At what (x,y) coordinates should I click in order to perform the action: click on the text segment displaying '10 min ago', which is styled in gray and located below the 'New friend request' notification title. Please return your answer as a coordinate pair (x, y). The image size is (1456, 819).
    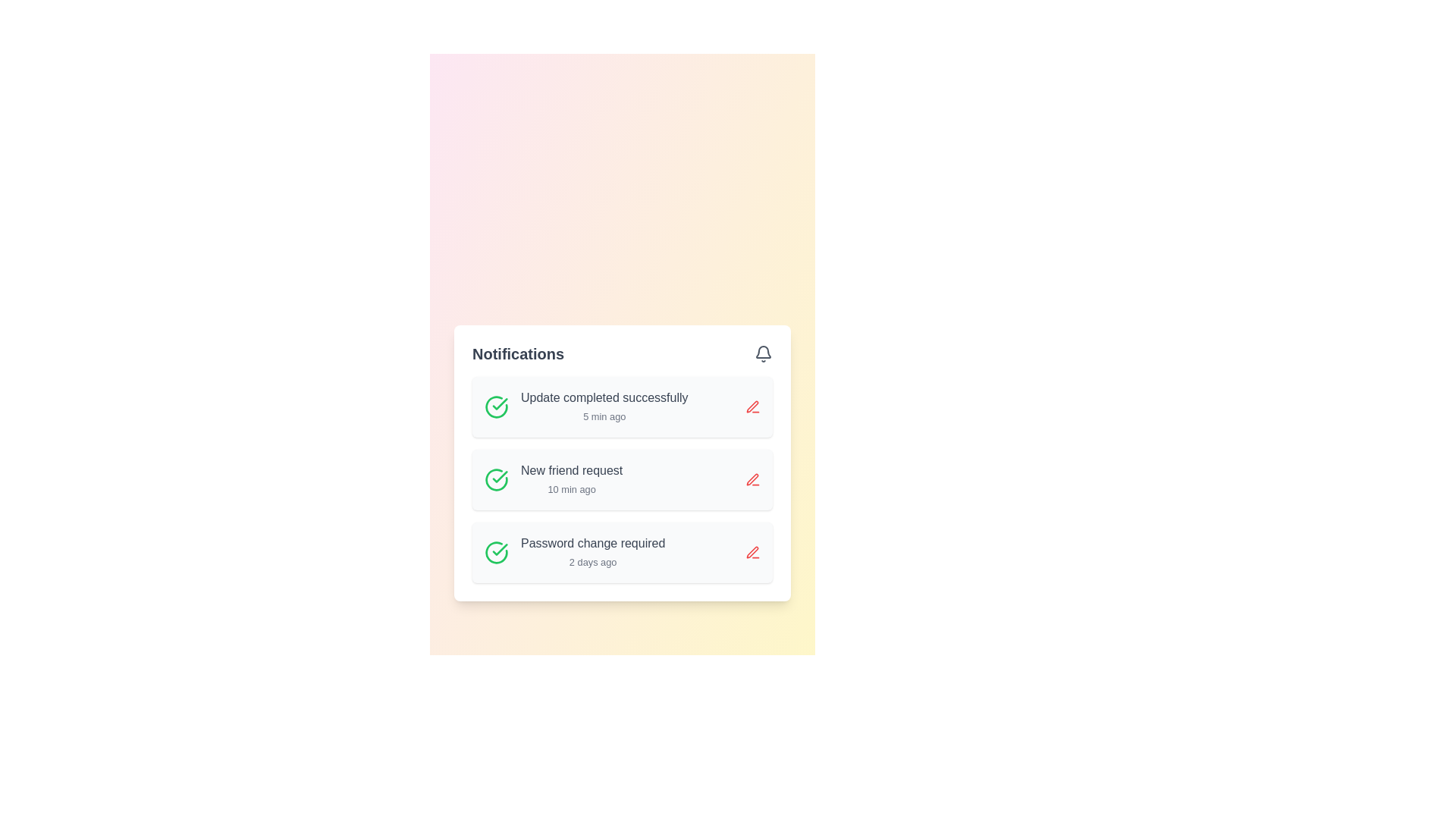
    Looking at the image, I should click on (571, 489).